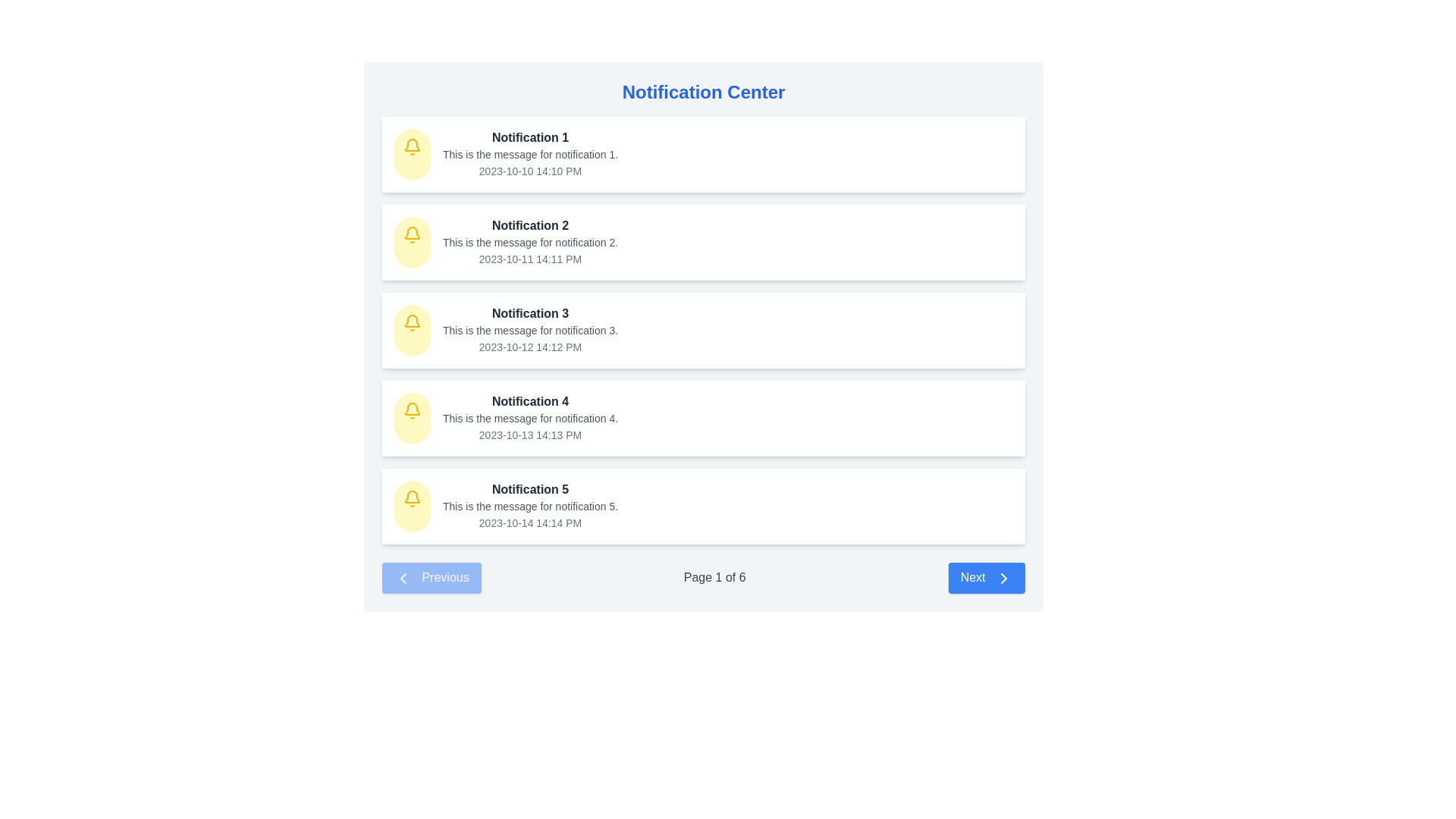 Image resolution: width=1456 pixels, height=819 pixels. I want to click on the 'next' arrow icon located in the bottom-right corner of the interface to trigger a tooltip or hover effect, so click(1004, 578).